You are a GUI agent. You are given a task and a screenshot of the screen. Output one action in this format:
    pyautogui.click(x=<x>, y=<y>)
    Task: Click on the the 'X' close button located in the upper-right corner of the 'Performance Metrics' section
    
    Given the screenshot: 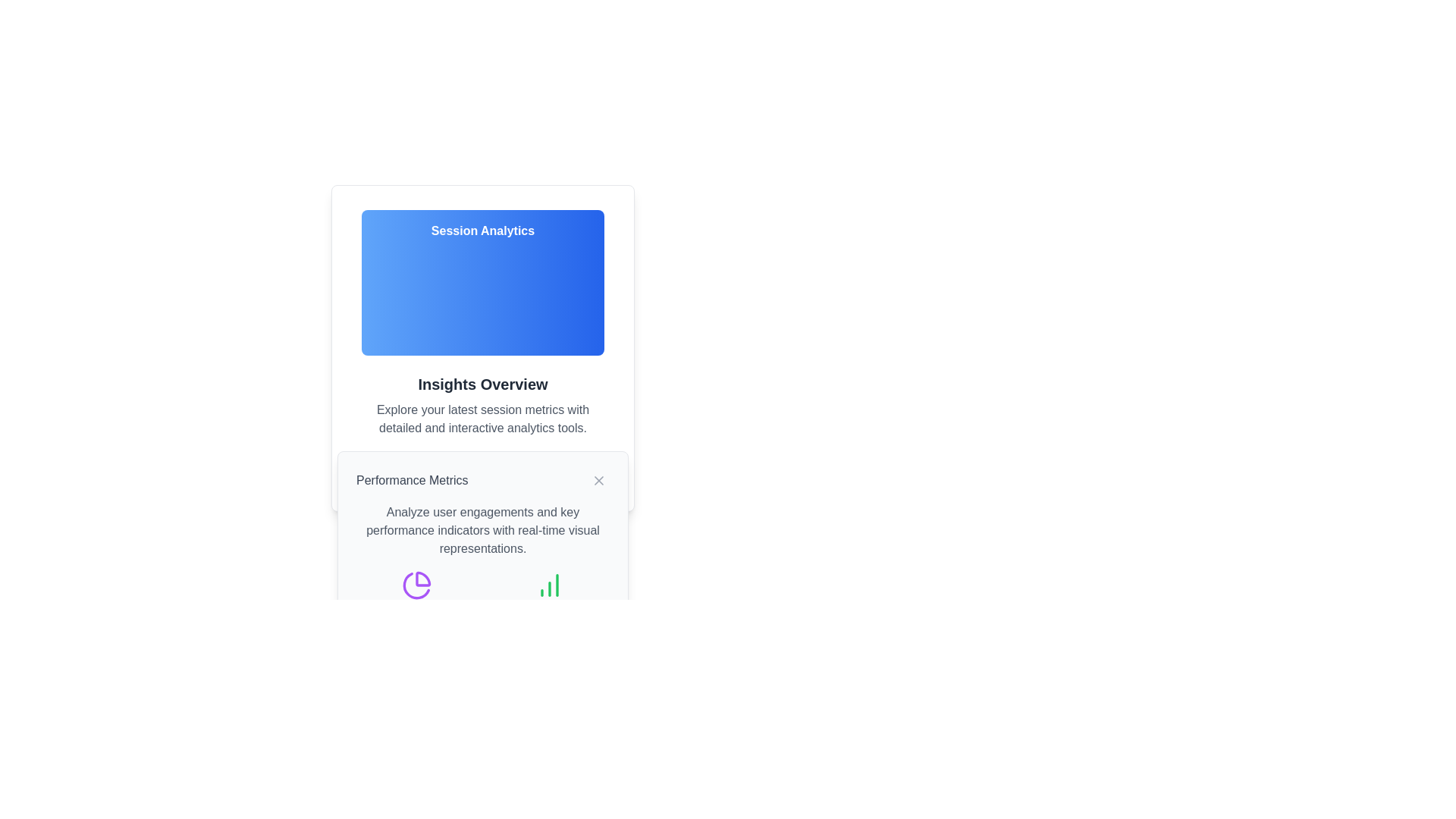 What is the action you would take?
    pyautogui.click(x=598, y=480)
    